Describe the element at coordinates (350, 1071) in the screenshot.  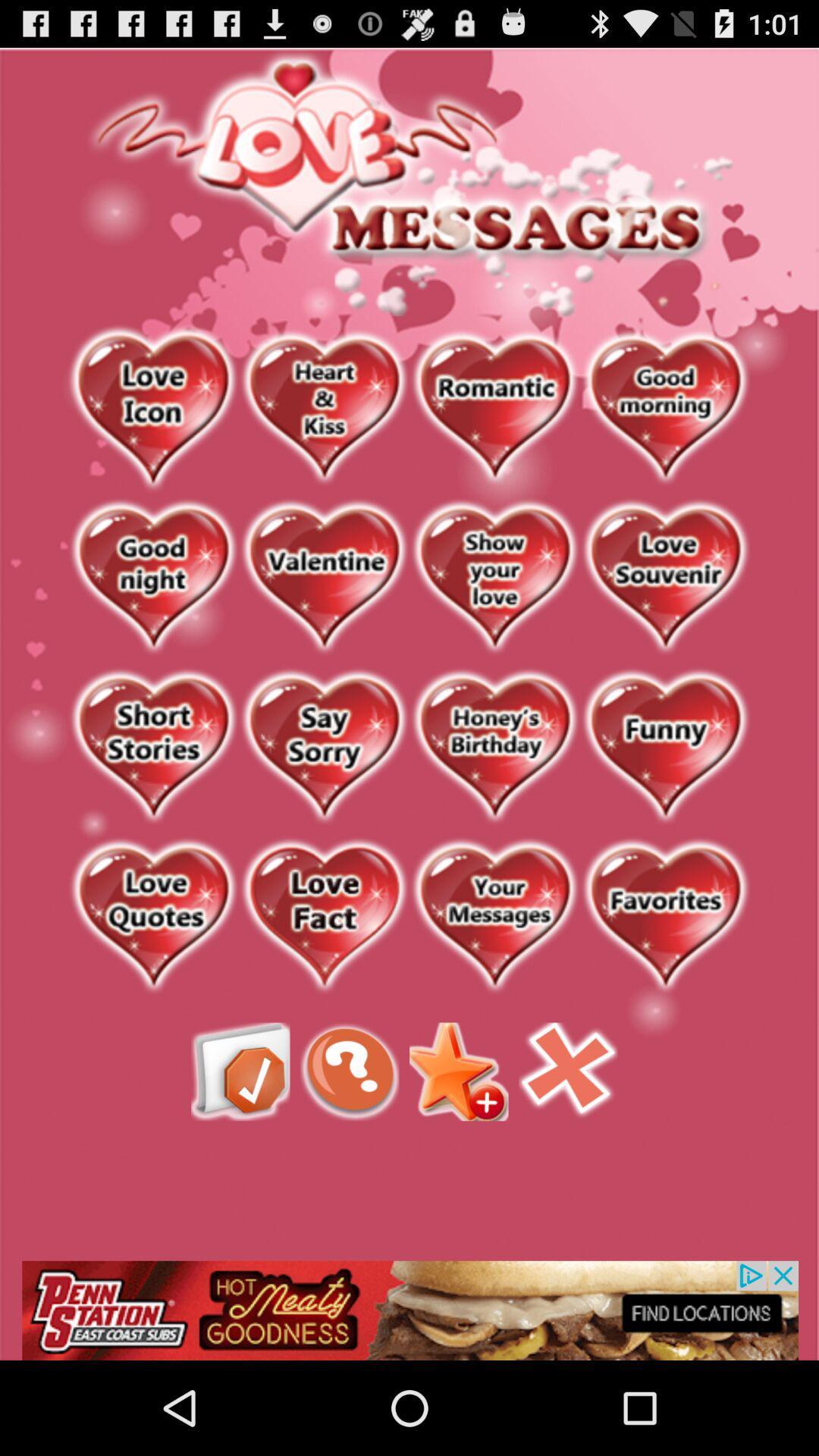
I see `help option` at that location.